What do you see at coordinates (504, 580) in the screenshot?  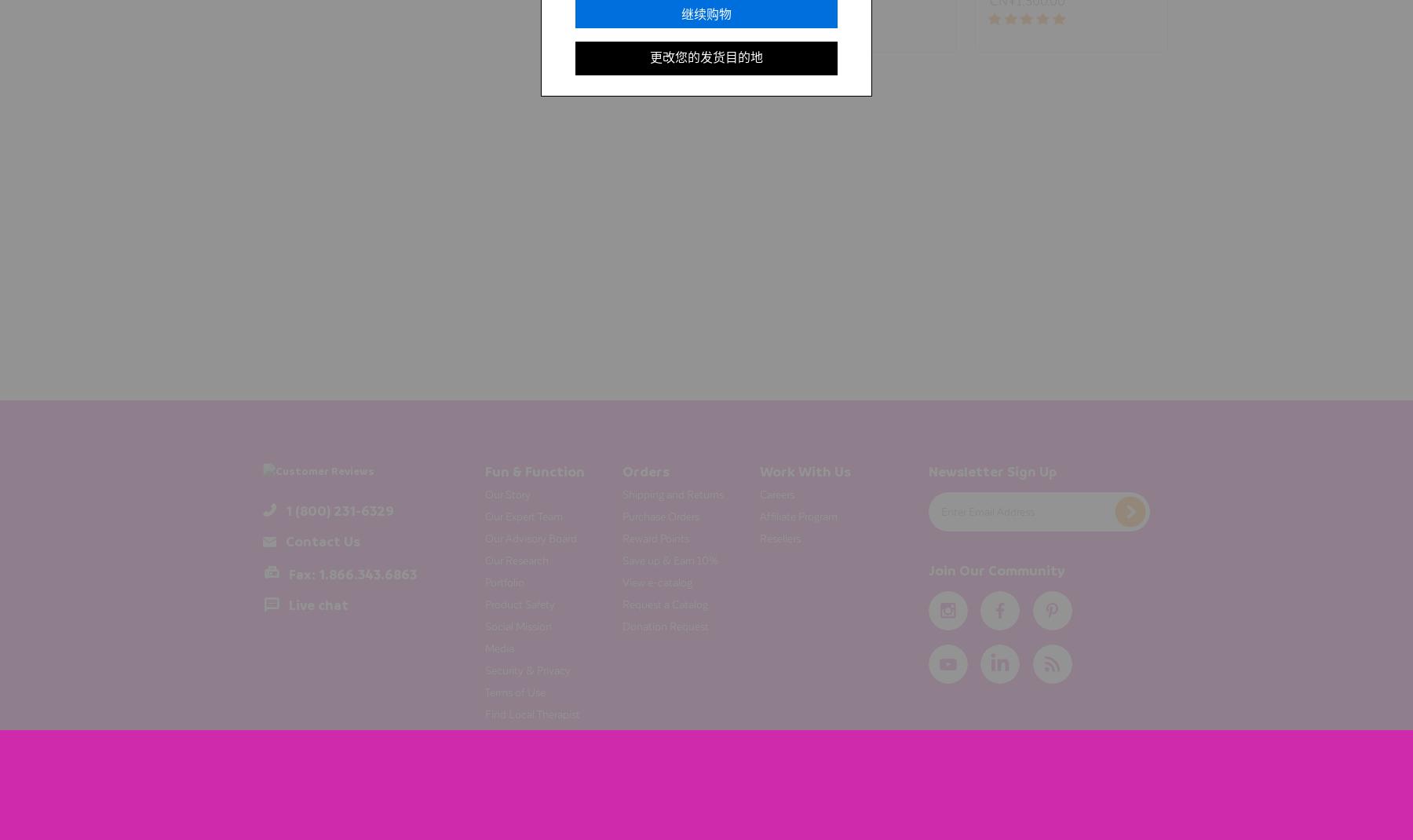 I see `'Portfolio'` at bounding box center [504, 580].